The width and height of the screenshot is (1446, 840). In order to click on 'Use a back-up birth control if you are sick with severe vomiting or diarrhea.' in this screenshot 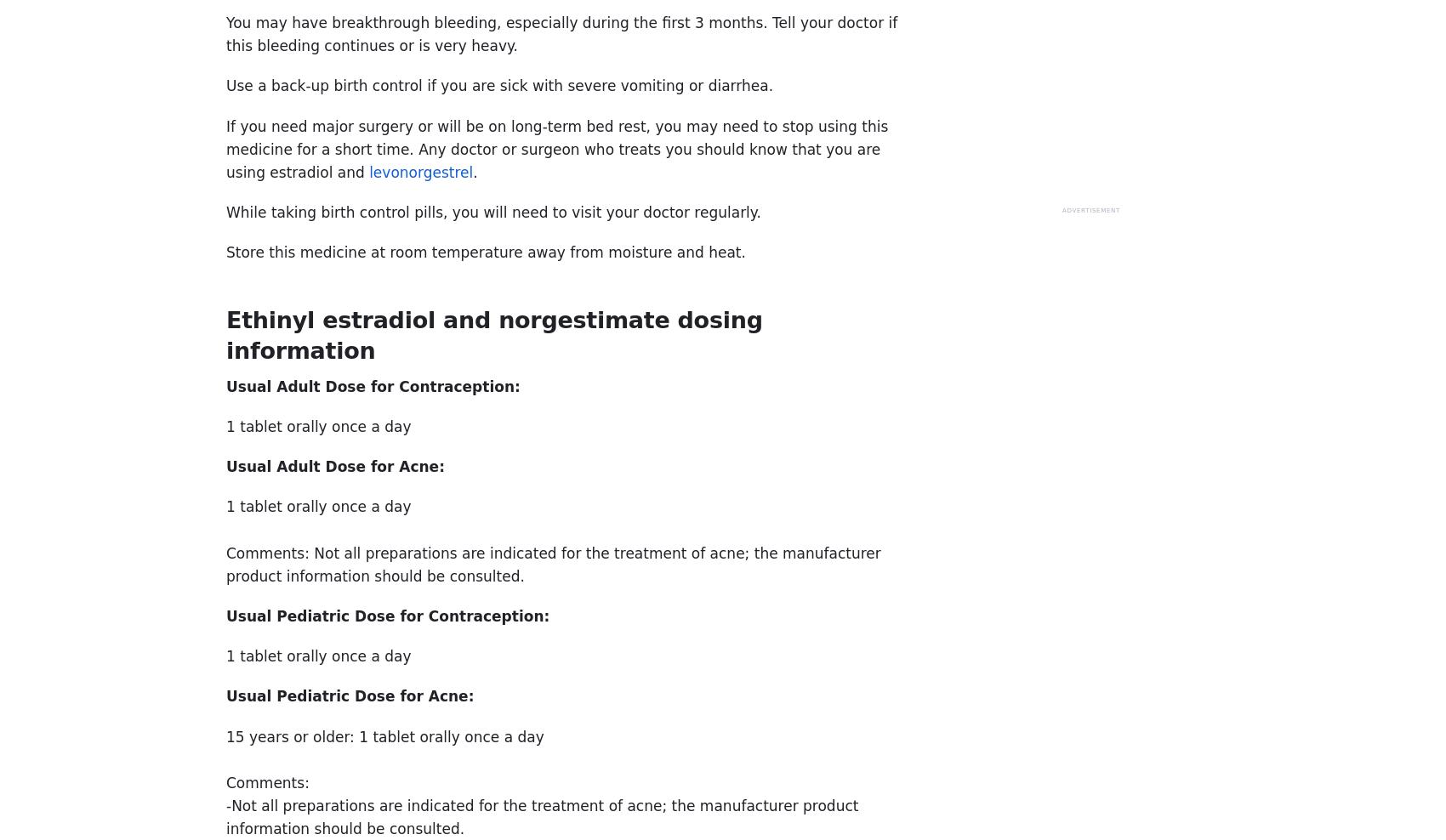, I will do `click(498, 85)`.